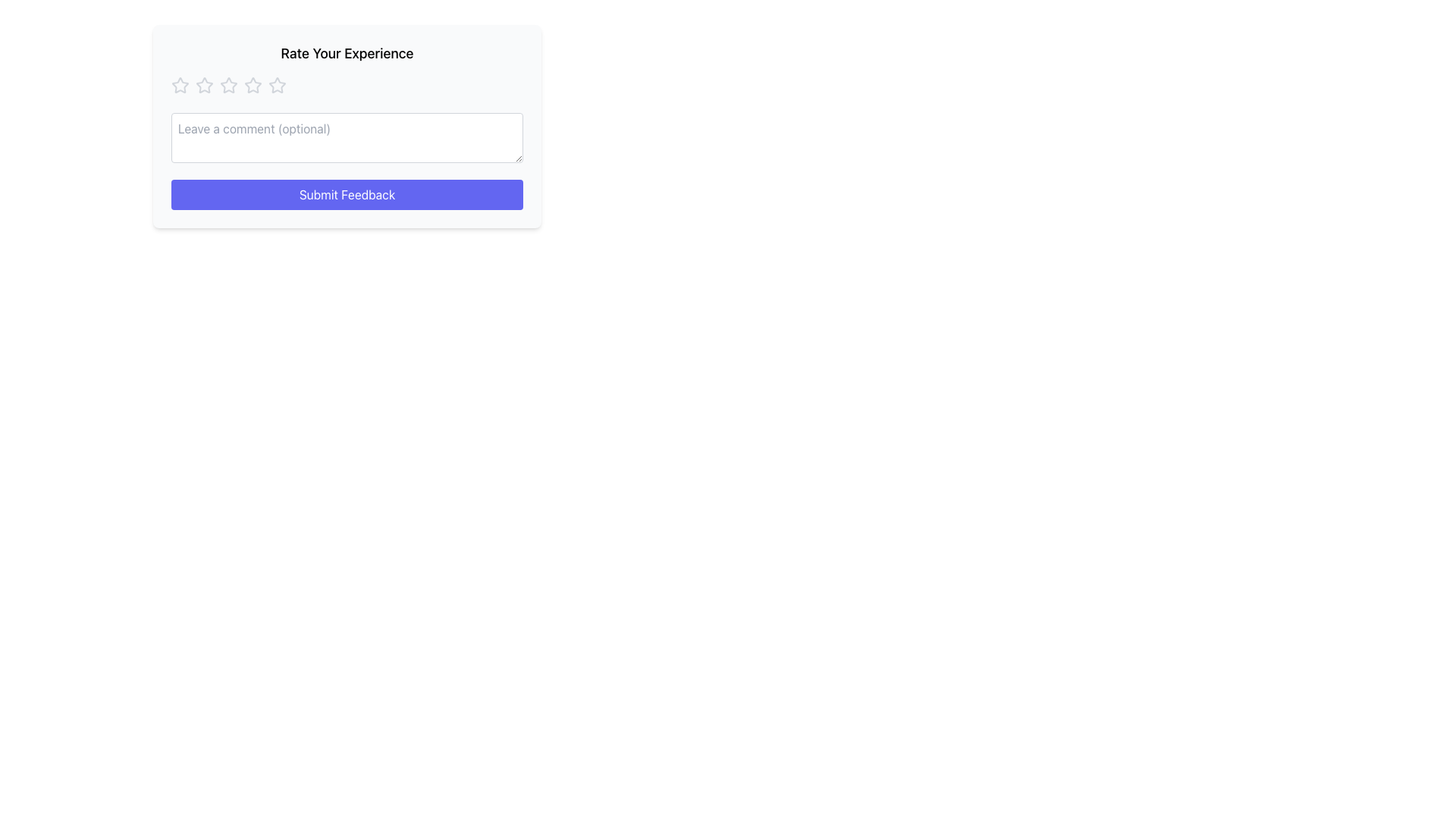 This screenshot has height=819, width=1456. Describe the element at coordinates (203, 85) in the screenshot. I see `the first star icon in the five-star rating system under the heading 'Rate Your Experience' to set the rating` at that location.